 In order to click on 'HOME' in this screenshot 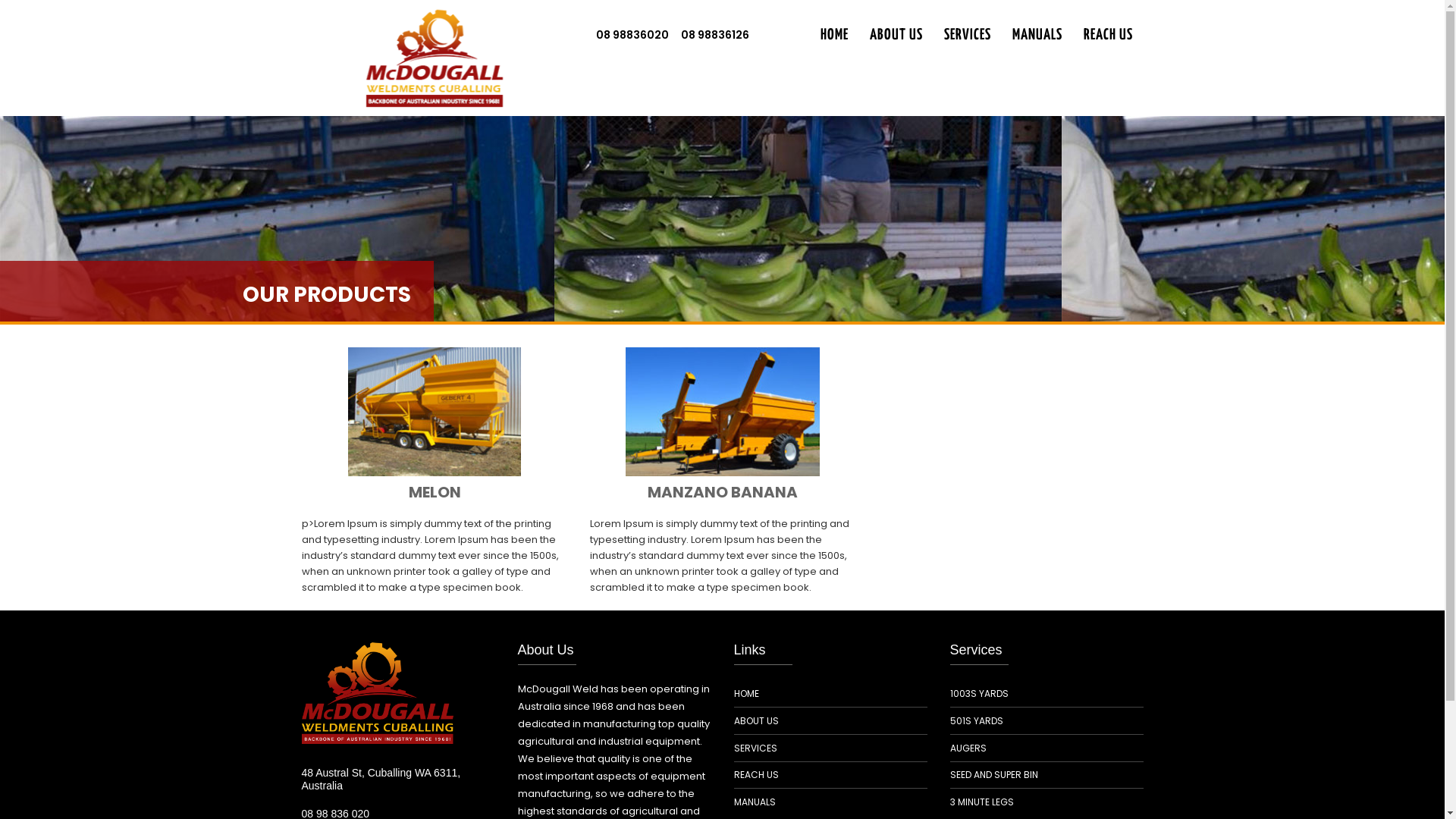, I will do `click(746, 693)`.